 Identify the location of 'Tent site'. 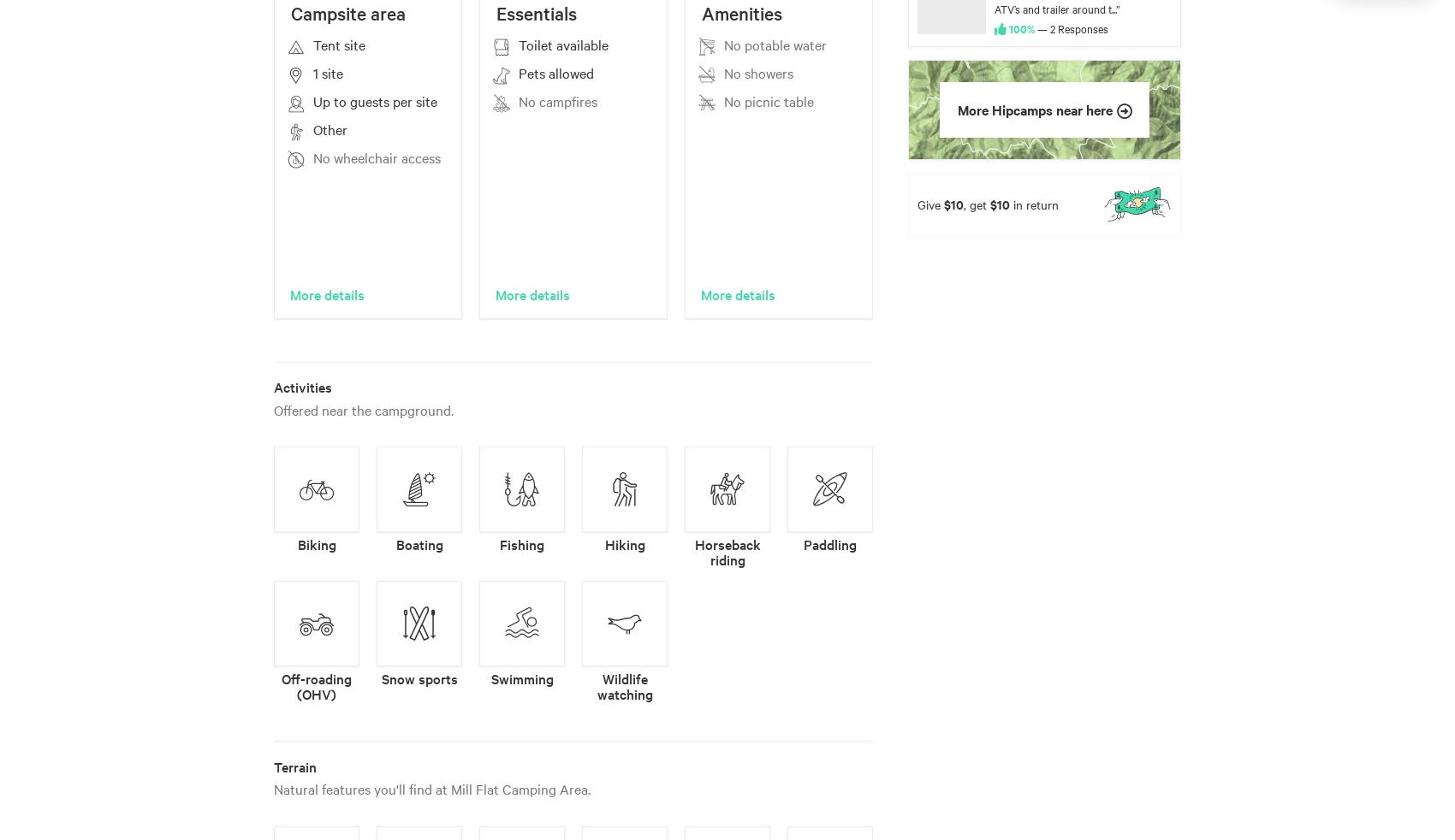
(338, 44).